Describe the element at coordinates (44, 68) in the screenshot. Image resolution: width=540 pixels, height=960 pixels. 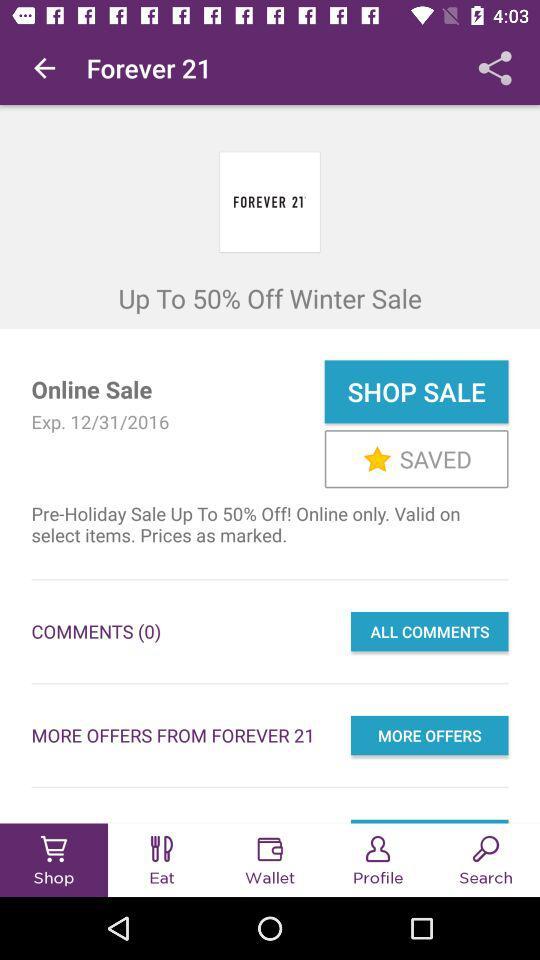
I see `icon above up to 50` at that location.